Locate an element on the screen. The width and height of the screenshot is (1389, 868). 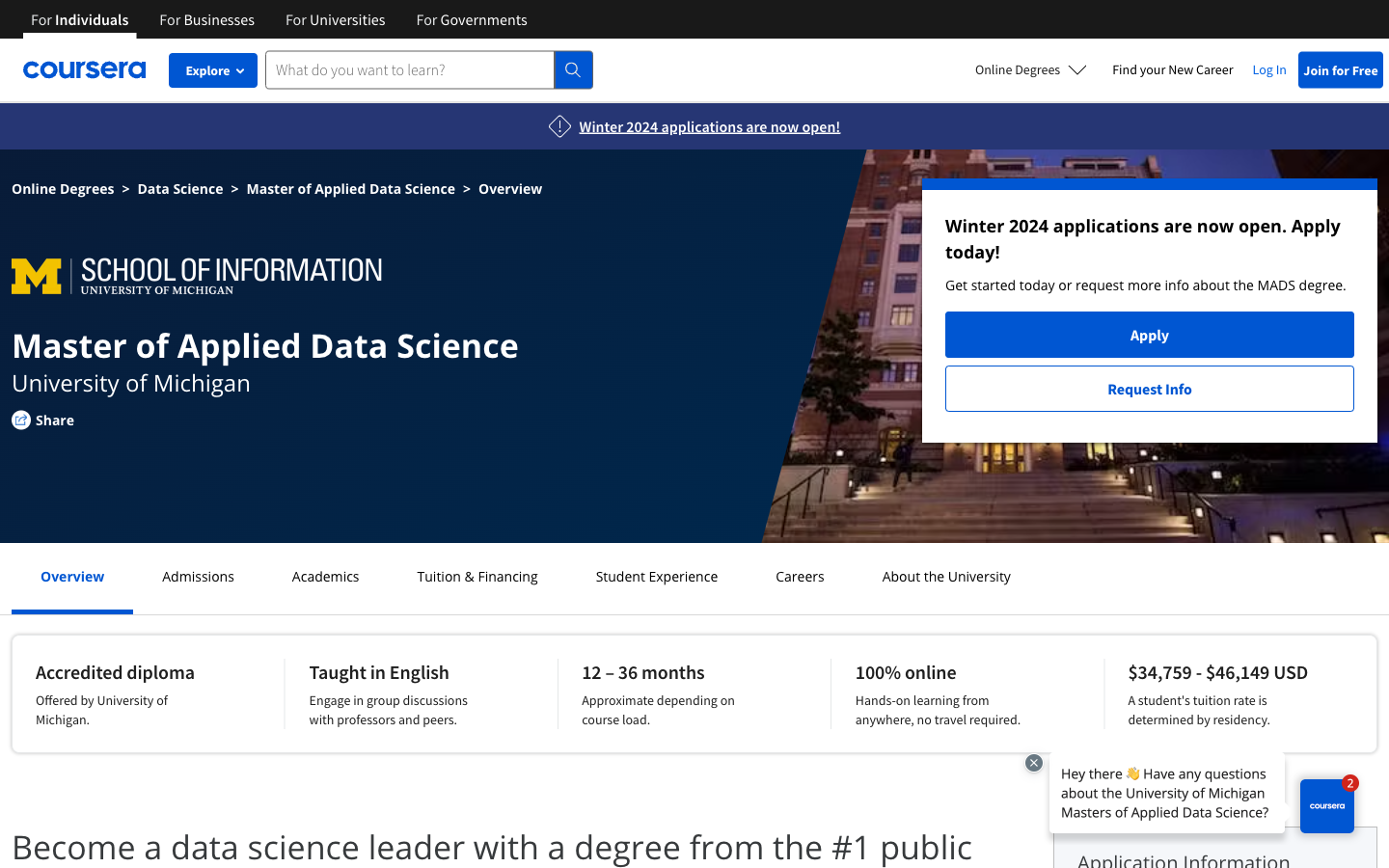
Search for educational programs related to Cloud Computing is located at coordinates (656, 576).